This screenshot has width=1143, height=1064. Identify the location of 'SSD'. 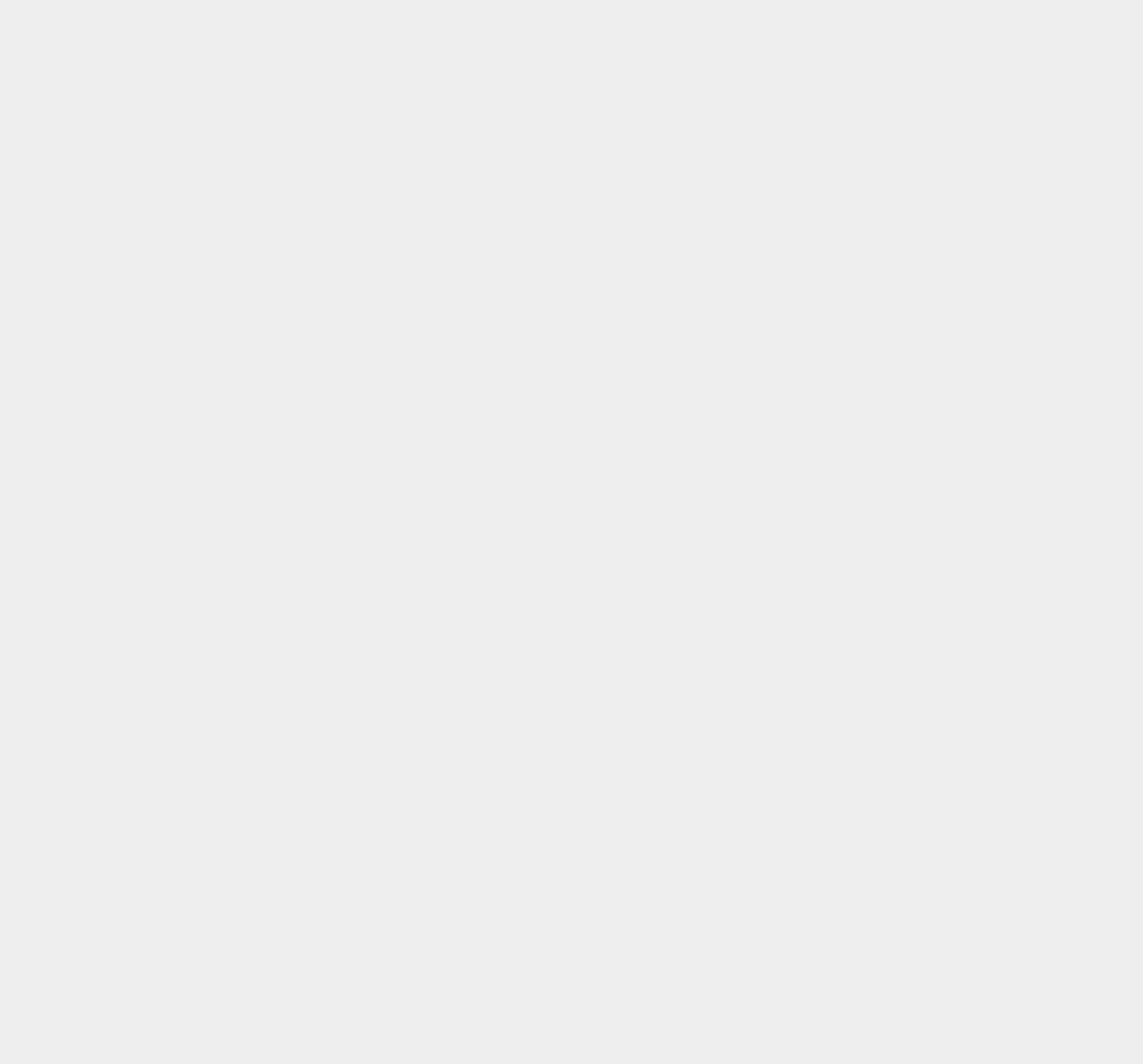
(819, 1048).